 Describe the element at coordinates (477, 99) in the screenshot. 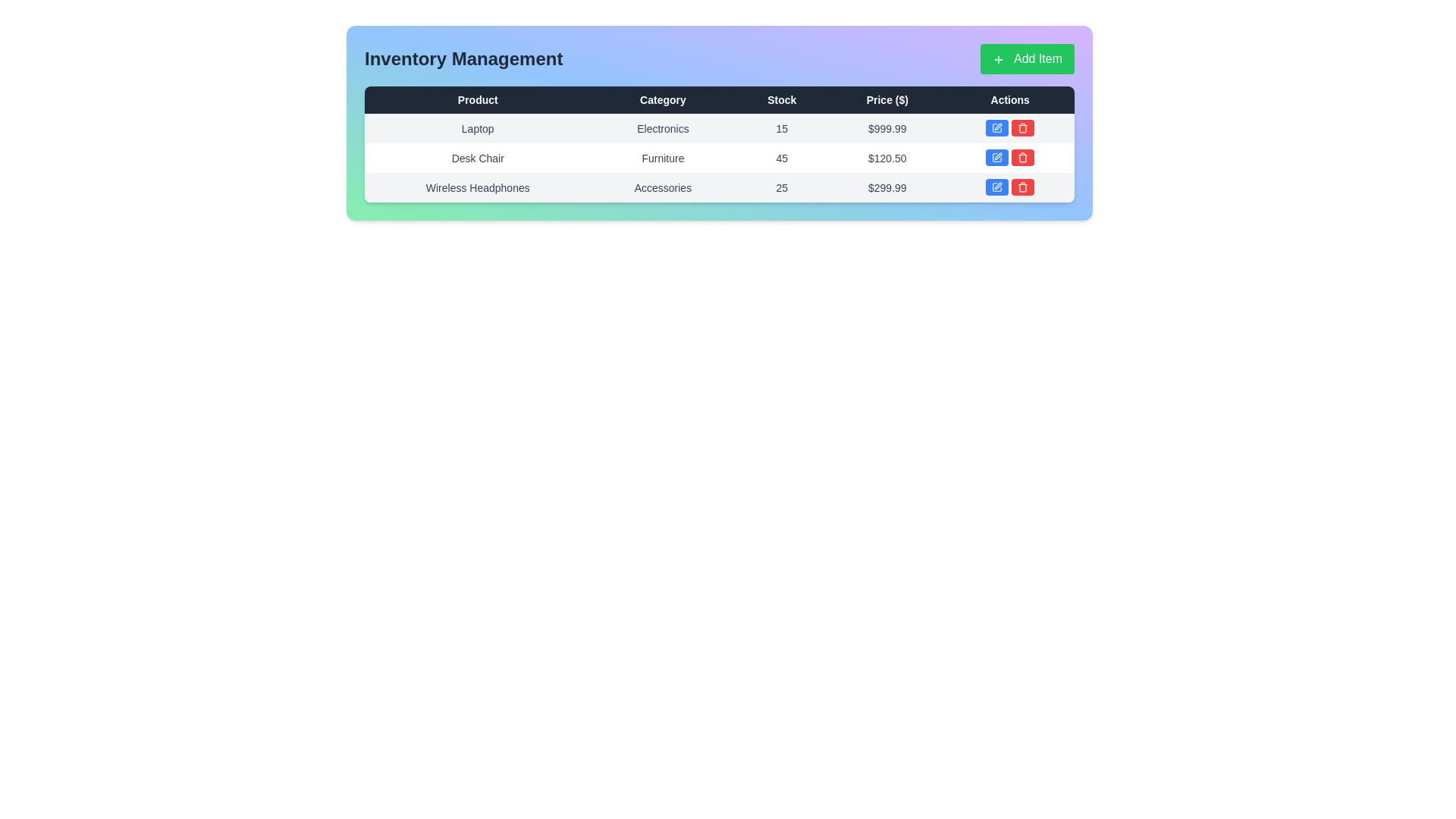

I see `the Table Header element labeled 'Product', which is styled in bold and located in the top-left section of the table` at that location.